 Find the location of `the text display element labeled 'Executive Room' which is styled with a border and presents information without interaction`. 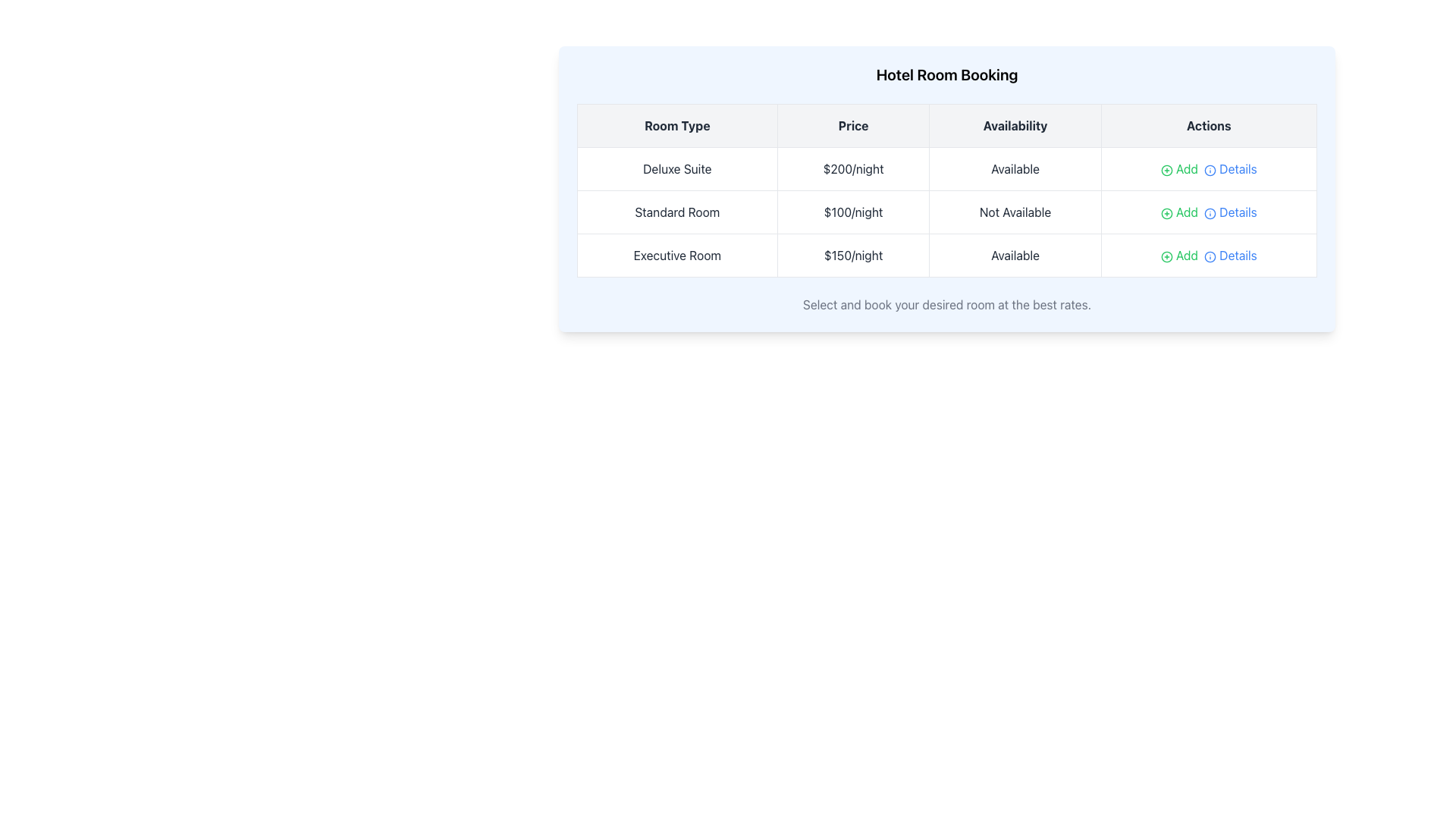

the text display element labeled 'Executive Room' which is styled with a border and presents information without interaction is located at coordinates (676, 254).